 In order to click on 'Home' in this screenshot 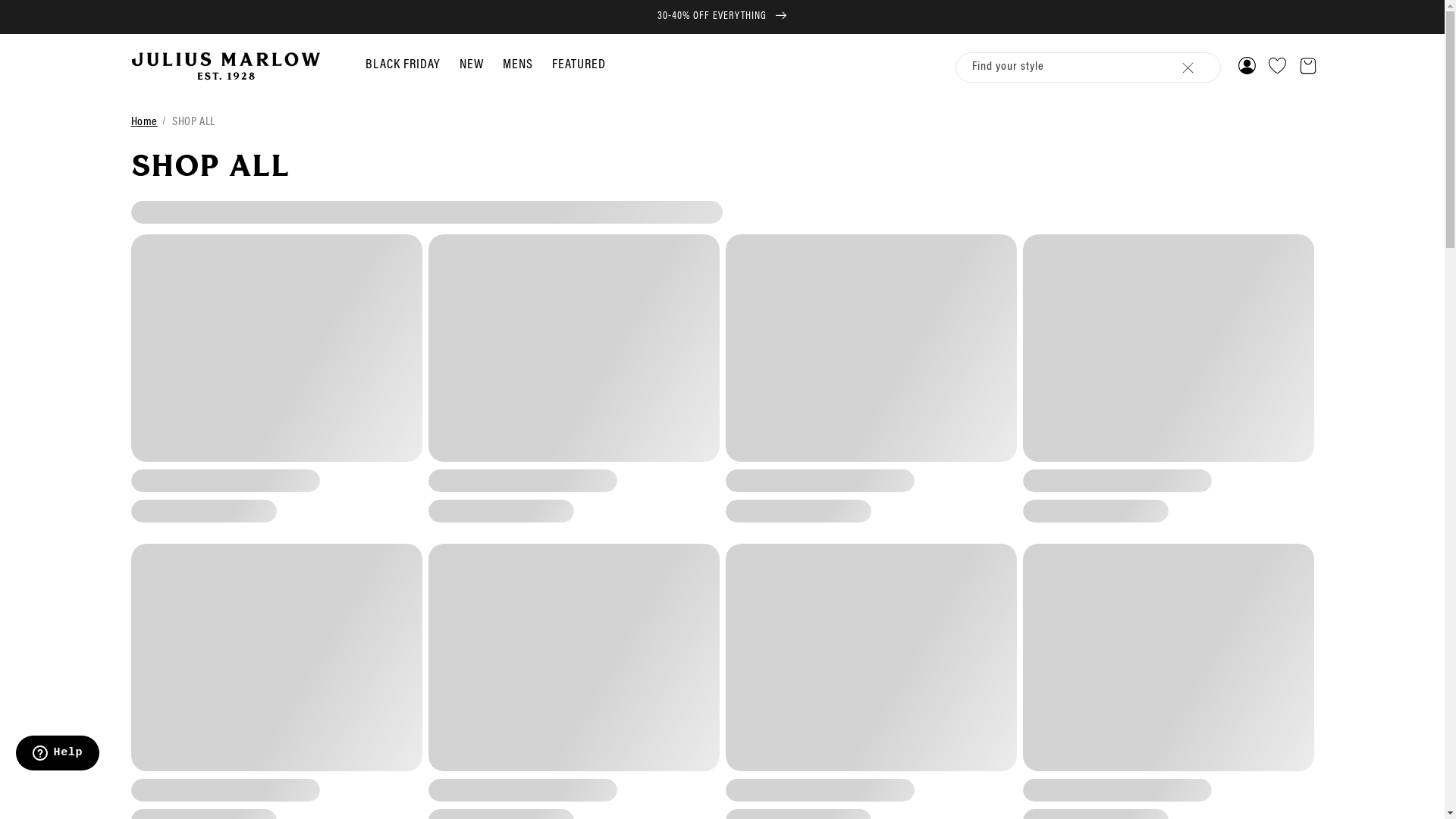, I will do `click(143, 121)`.